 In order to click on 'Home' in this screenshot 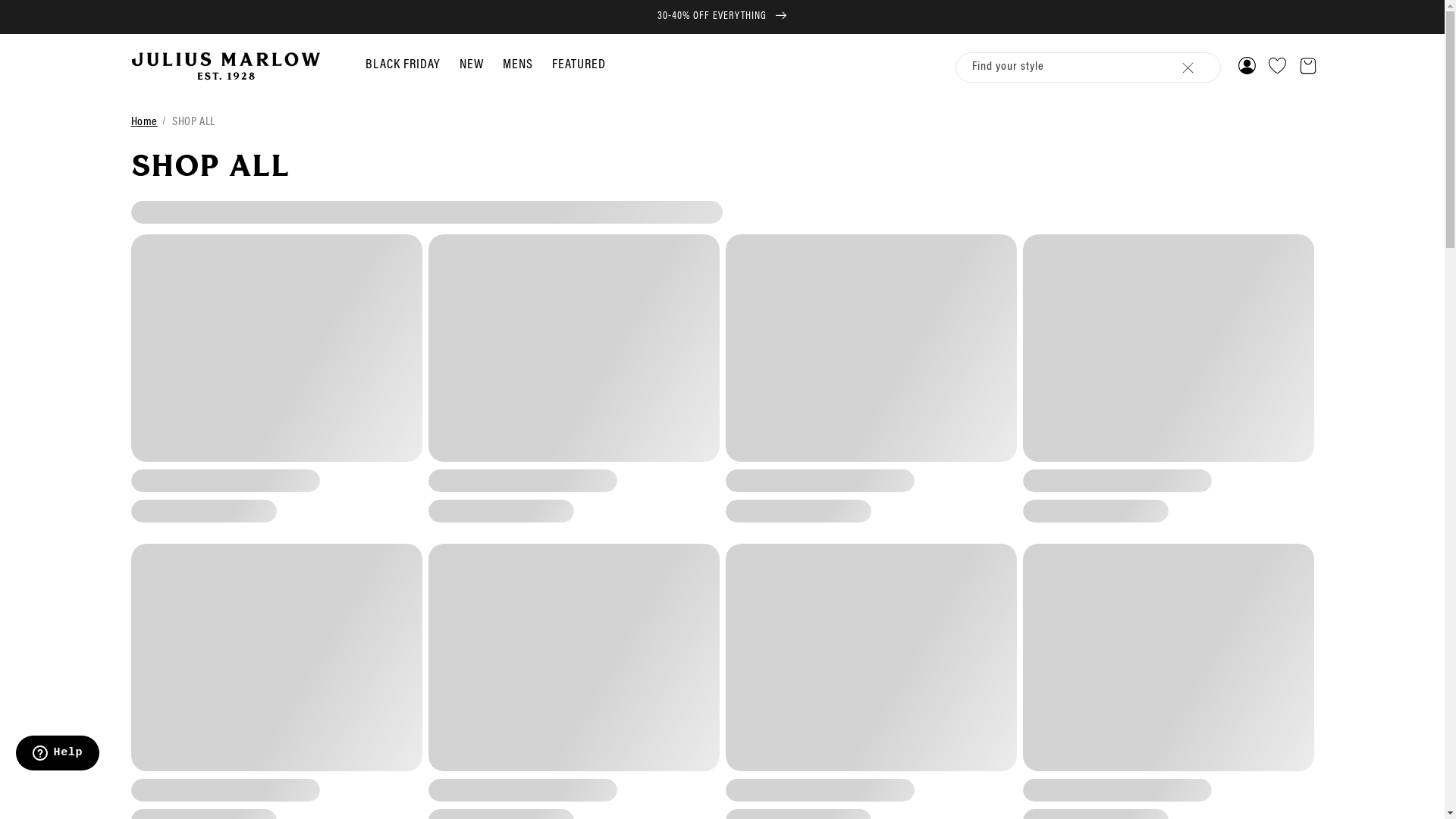, I will do `click(143, 121)`.